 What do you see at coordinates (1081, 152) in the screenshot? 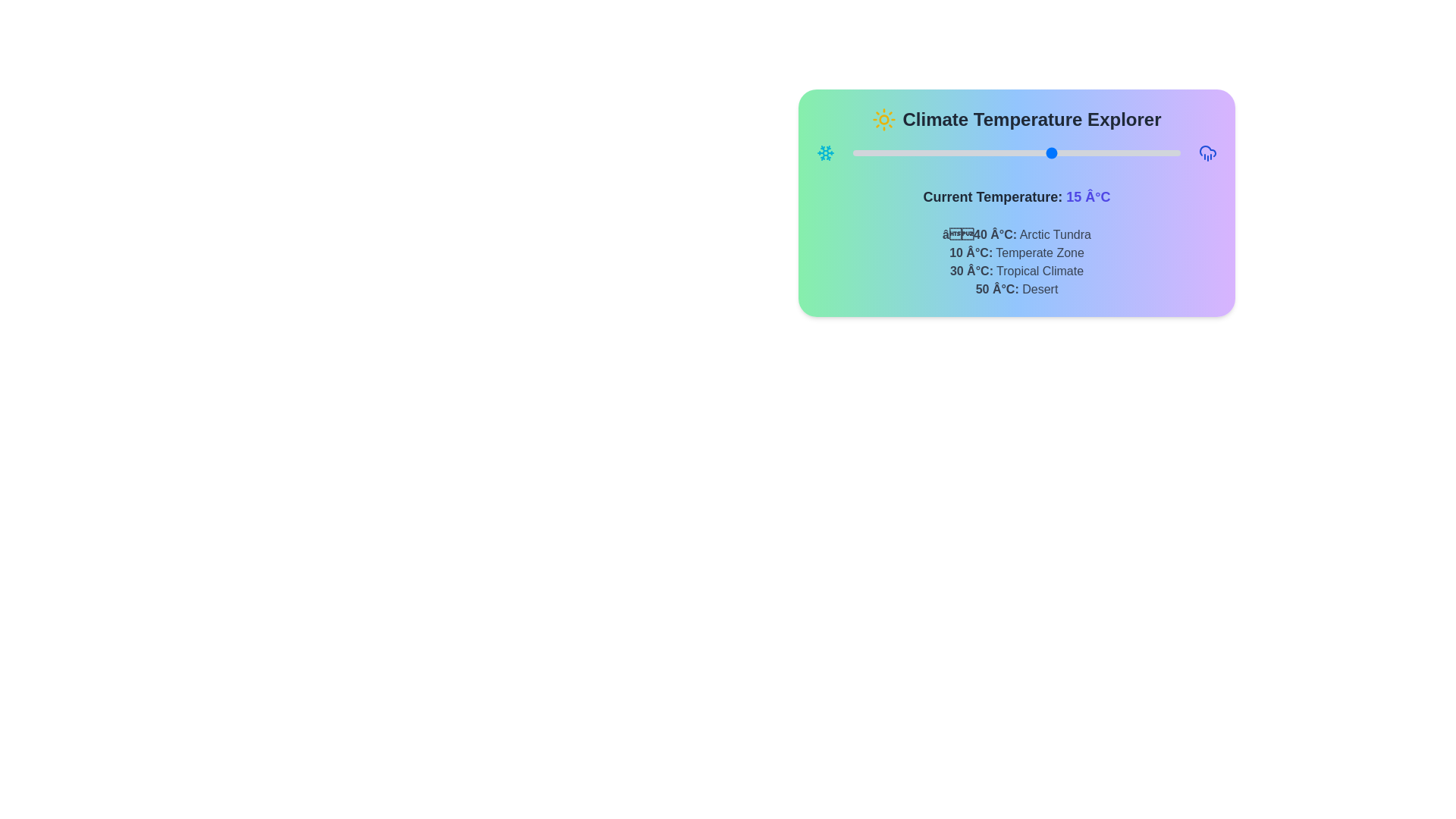
I see `the slider to set the temperature to 23 degrees Celsius` at bounding box center [1081, 152].